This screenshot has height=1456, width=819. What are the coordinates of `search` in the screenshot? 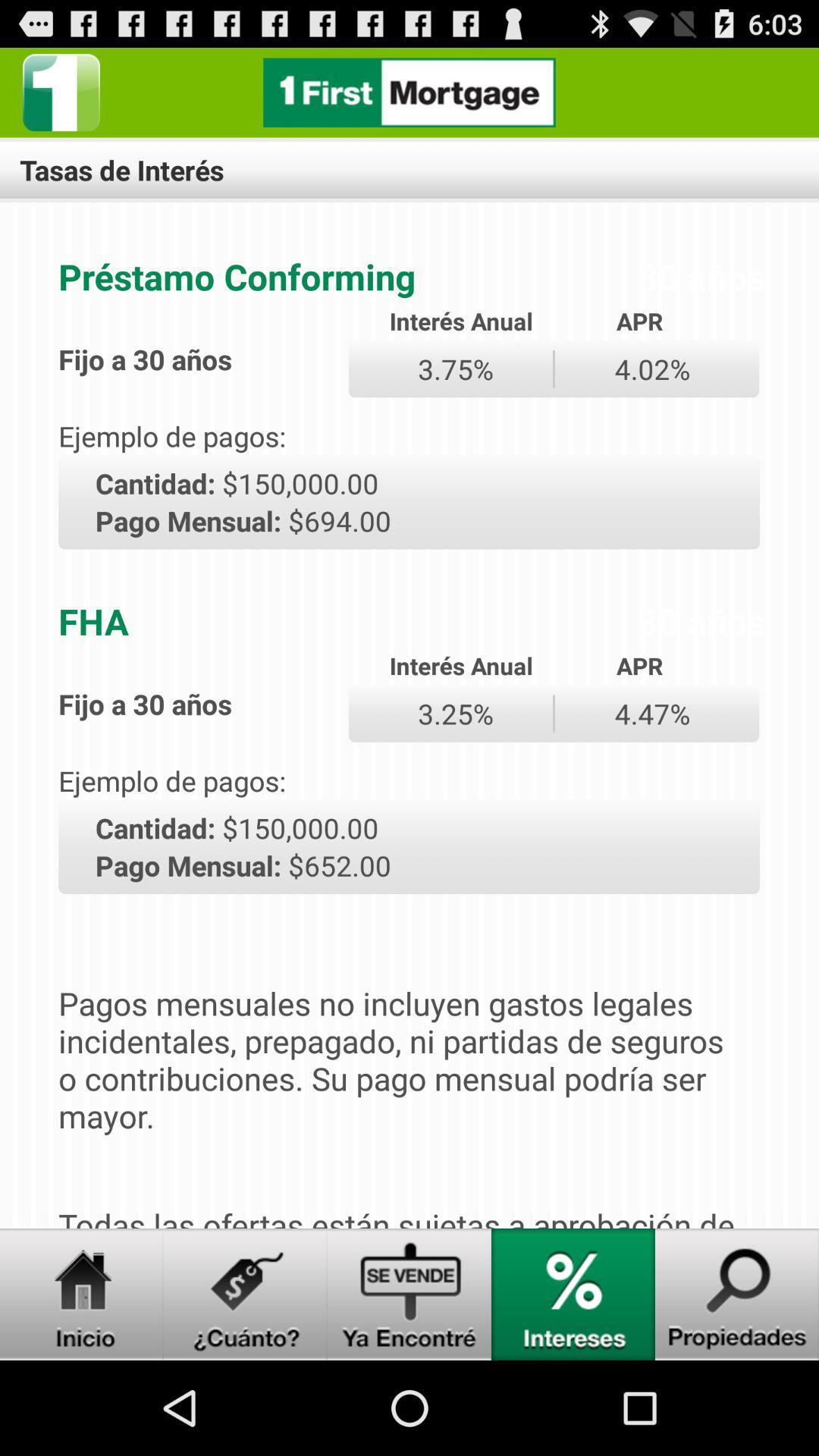 It's located at (736, 1294).